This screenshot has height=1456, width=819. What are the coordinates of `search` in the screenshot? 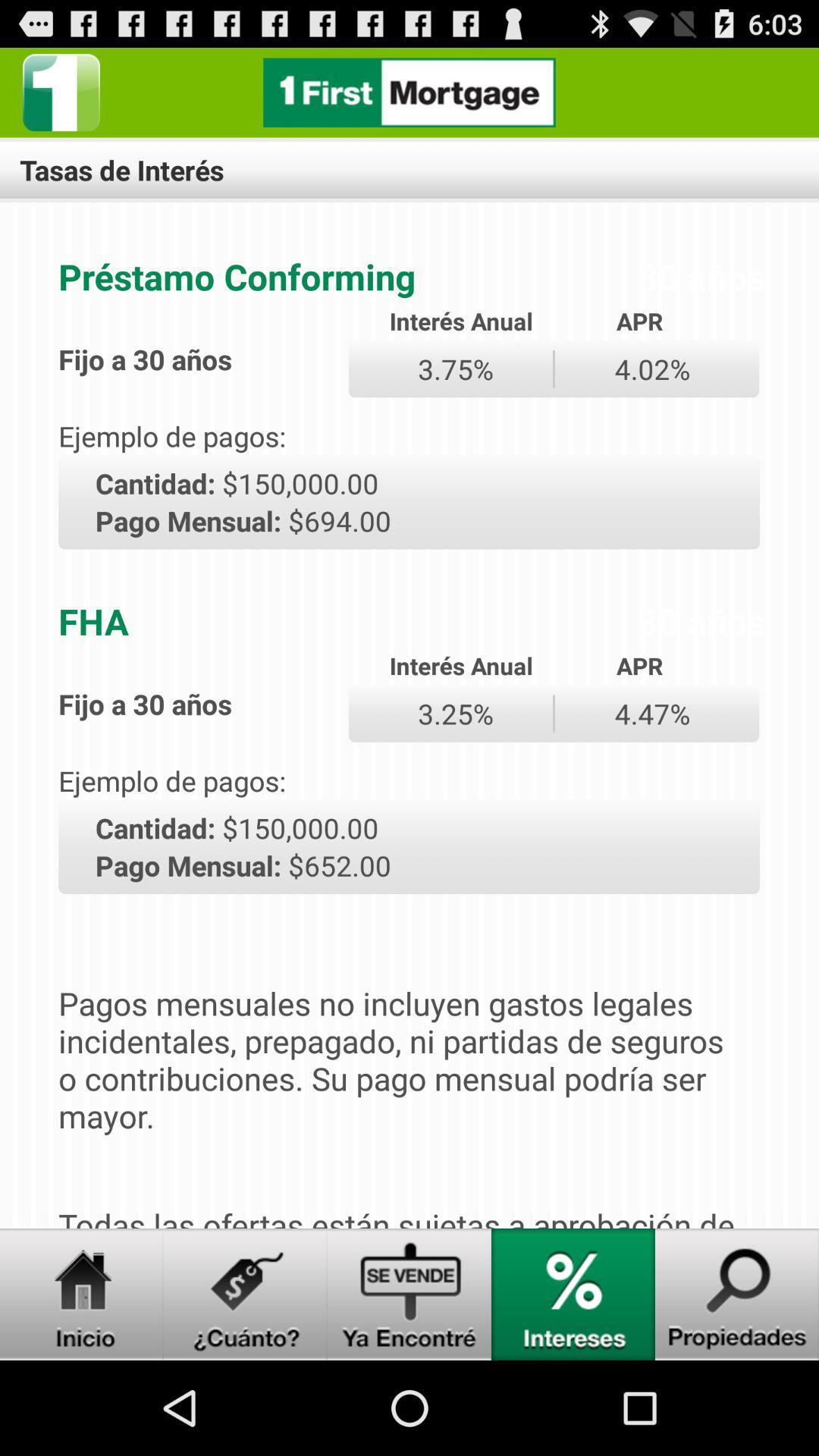 It's located at (736, 1294).